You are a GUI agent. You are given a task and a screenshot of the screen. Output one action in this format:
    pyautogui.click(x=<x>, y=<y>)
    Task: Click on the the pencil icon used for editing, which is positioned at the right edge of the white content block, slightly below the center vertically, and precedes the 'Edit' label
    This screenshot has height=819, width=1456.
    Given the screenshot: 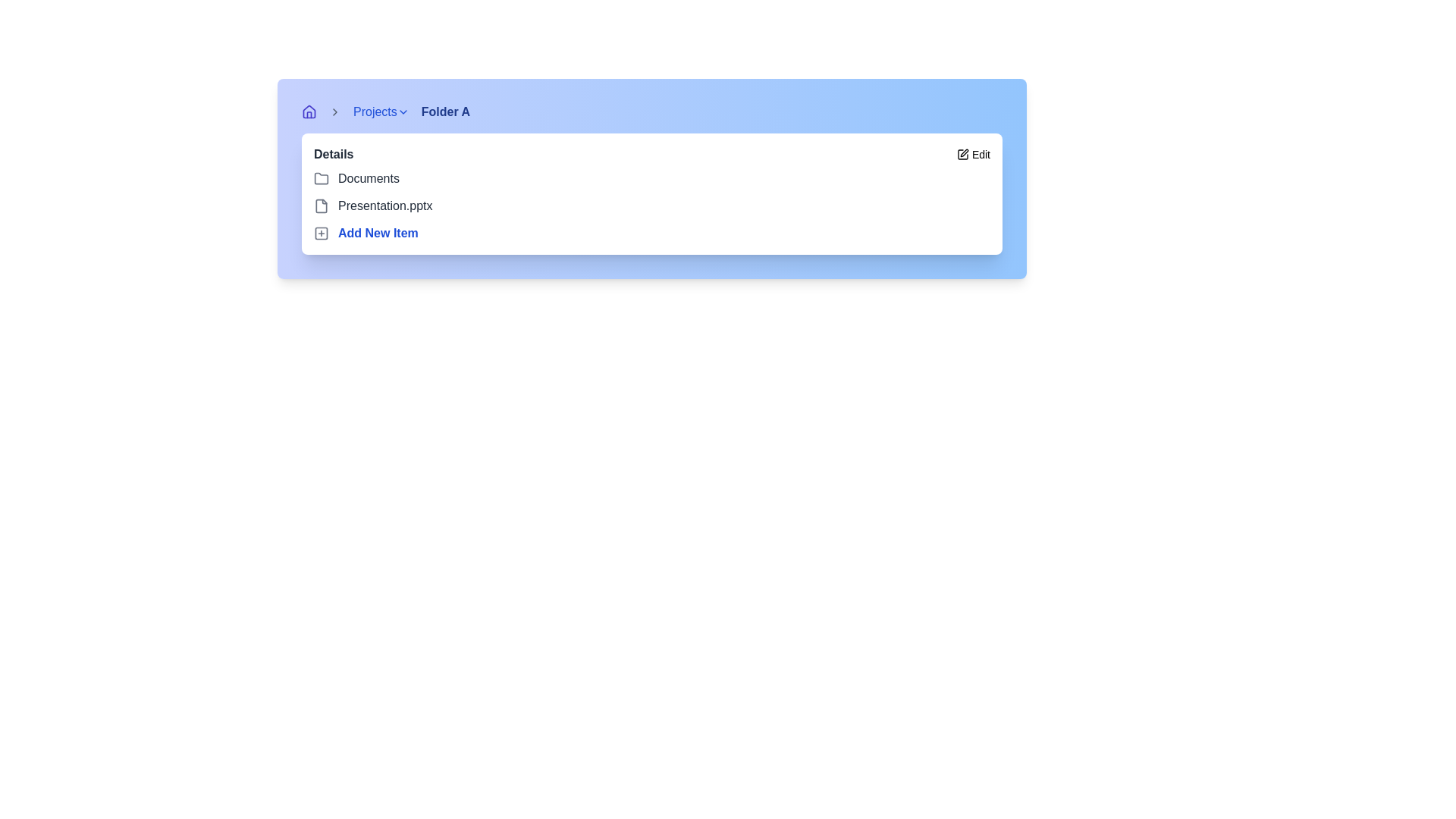 What is the action you would take?
    pyautogui.click(x=962, y=155)
    